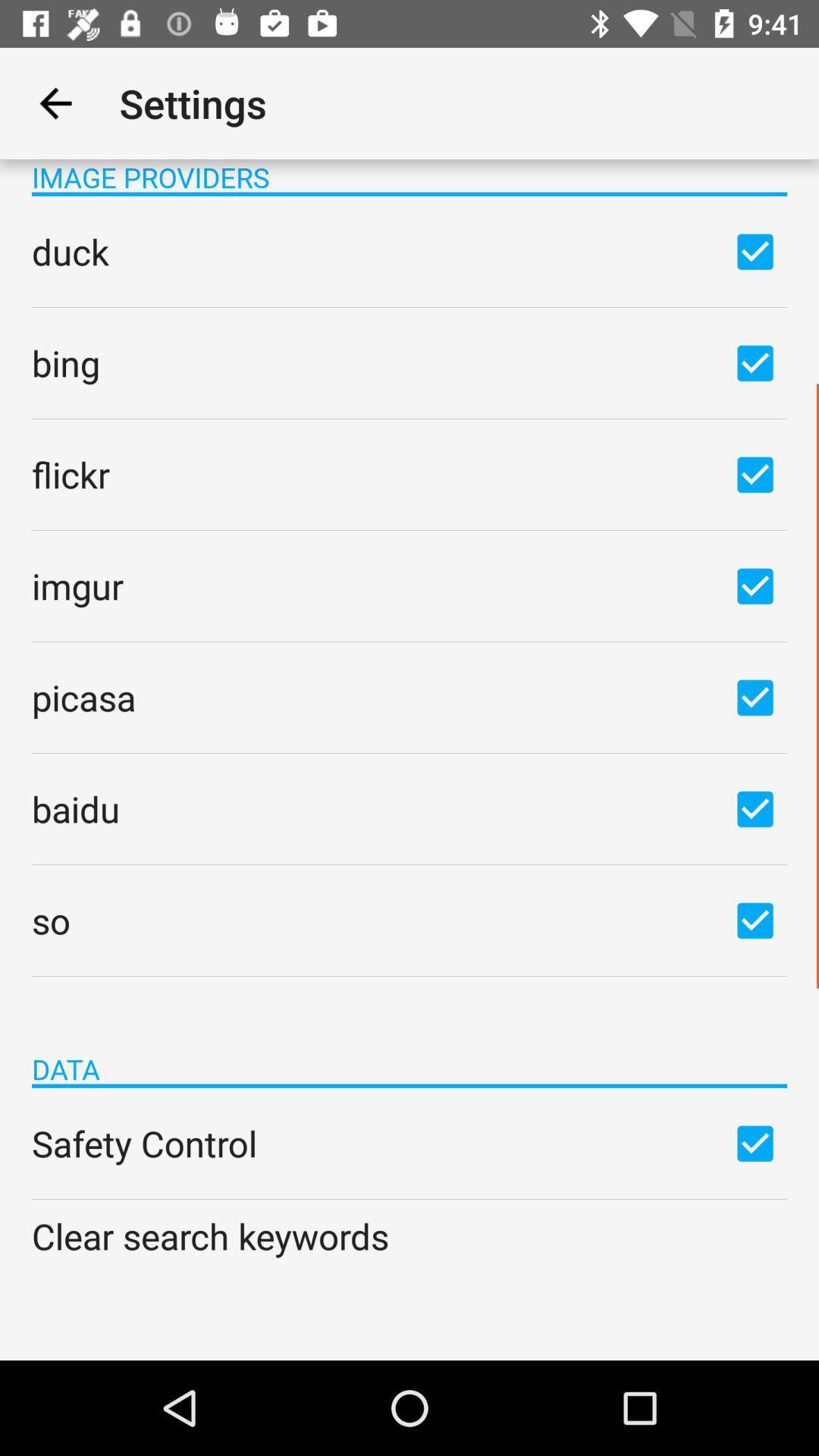  What do you see at coordinates (755, 919) in the screenshot?
I see `choose so` at bounding box center [755, 919].